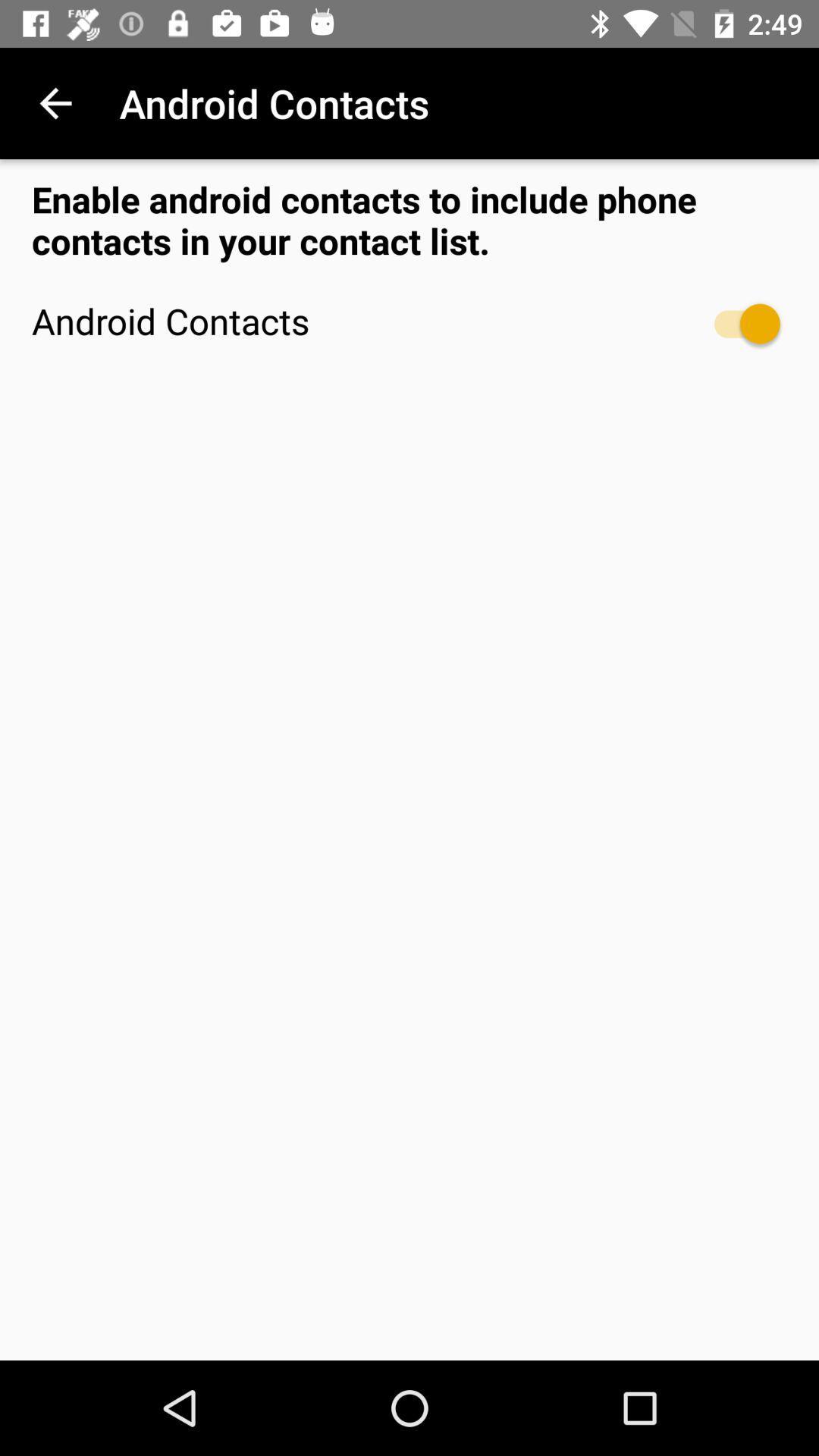 The image size is (819, 1456). Describe the element at coordinates (55, 102) in the screenshot. I see `item above the enable android contacts icon` at that location.